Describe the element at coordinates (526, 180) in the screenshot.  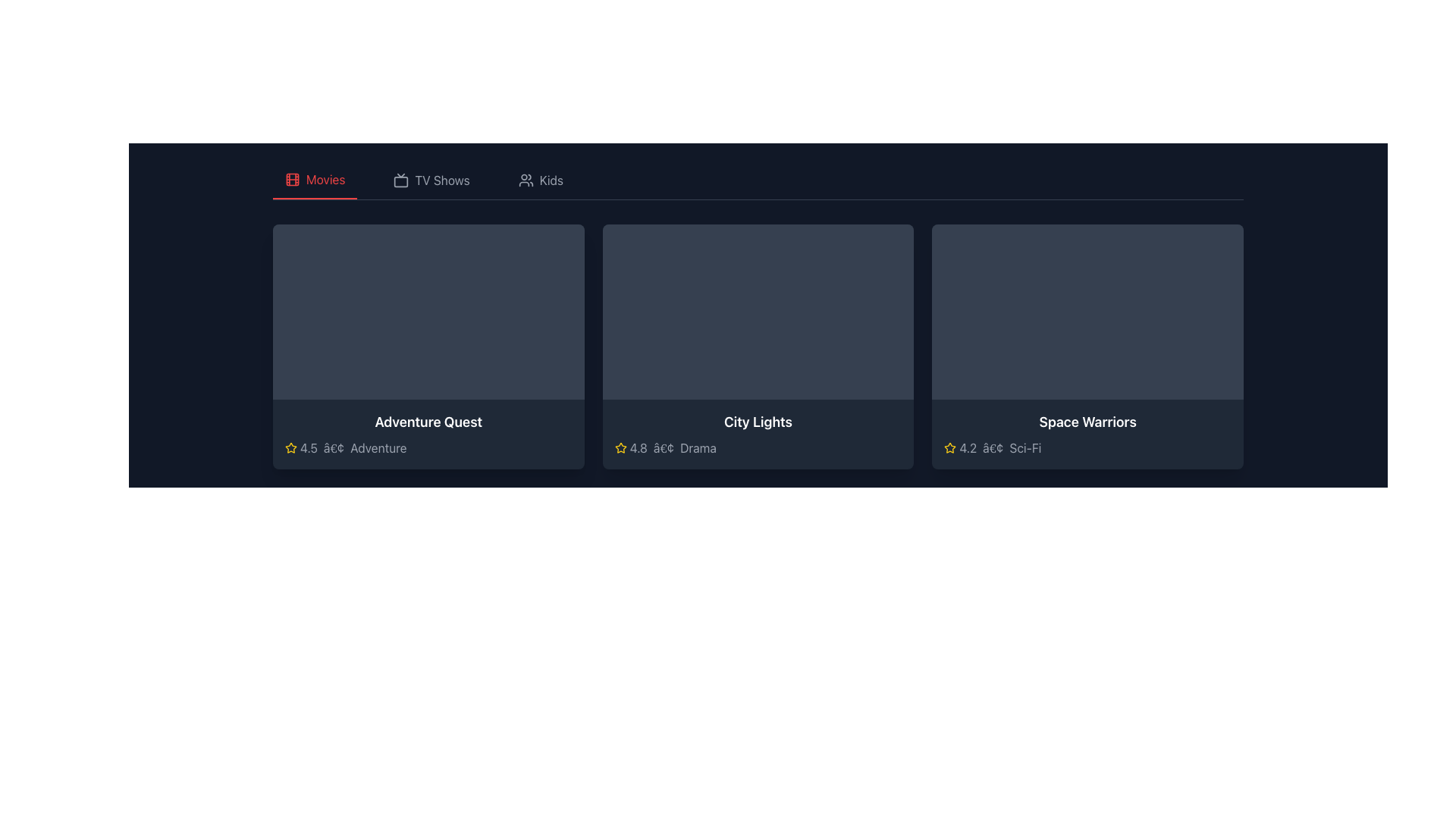
I see `the 'Kids' tab icon, which serves as a visual indicator for the section dedicated to kid-friendly content, positioned to the right of the 'TV Shows' tab` at that location.